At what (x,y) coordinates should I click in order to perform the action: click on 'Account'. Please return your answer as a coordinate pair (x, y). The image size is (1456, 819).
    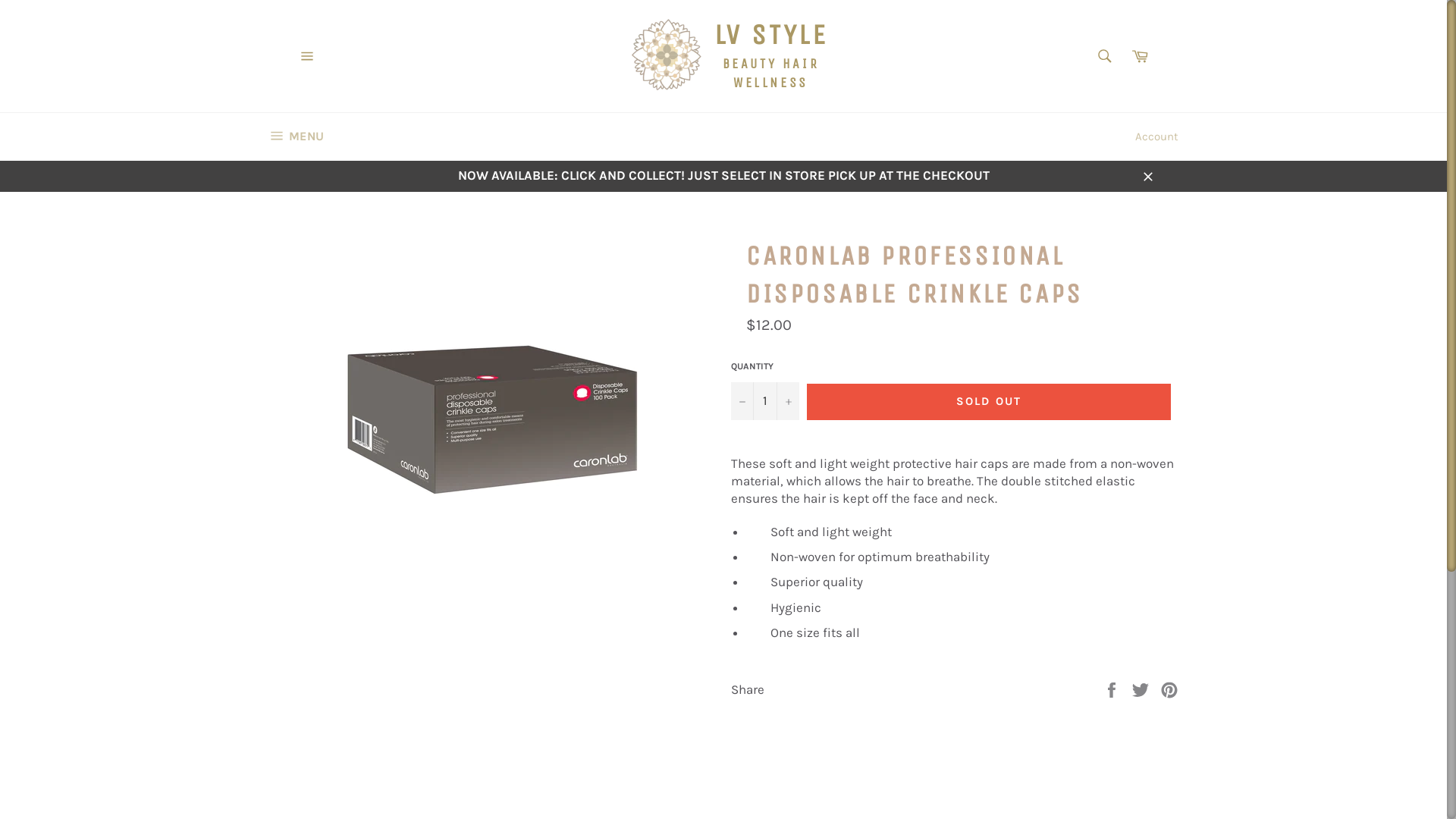
    Looking at the image, I should click on (1128, 136).